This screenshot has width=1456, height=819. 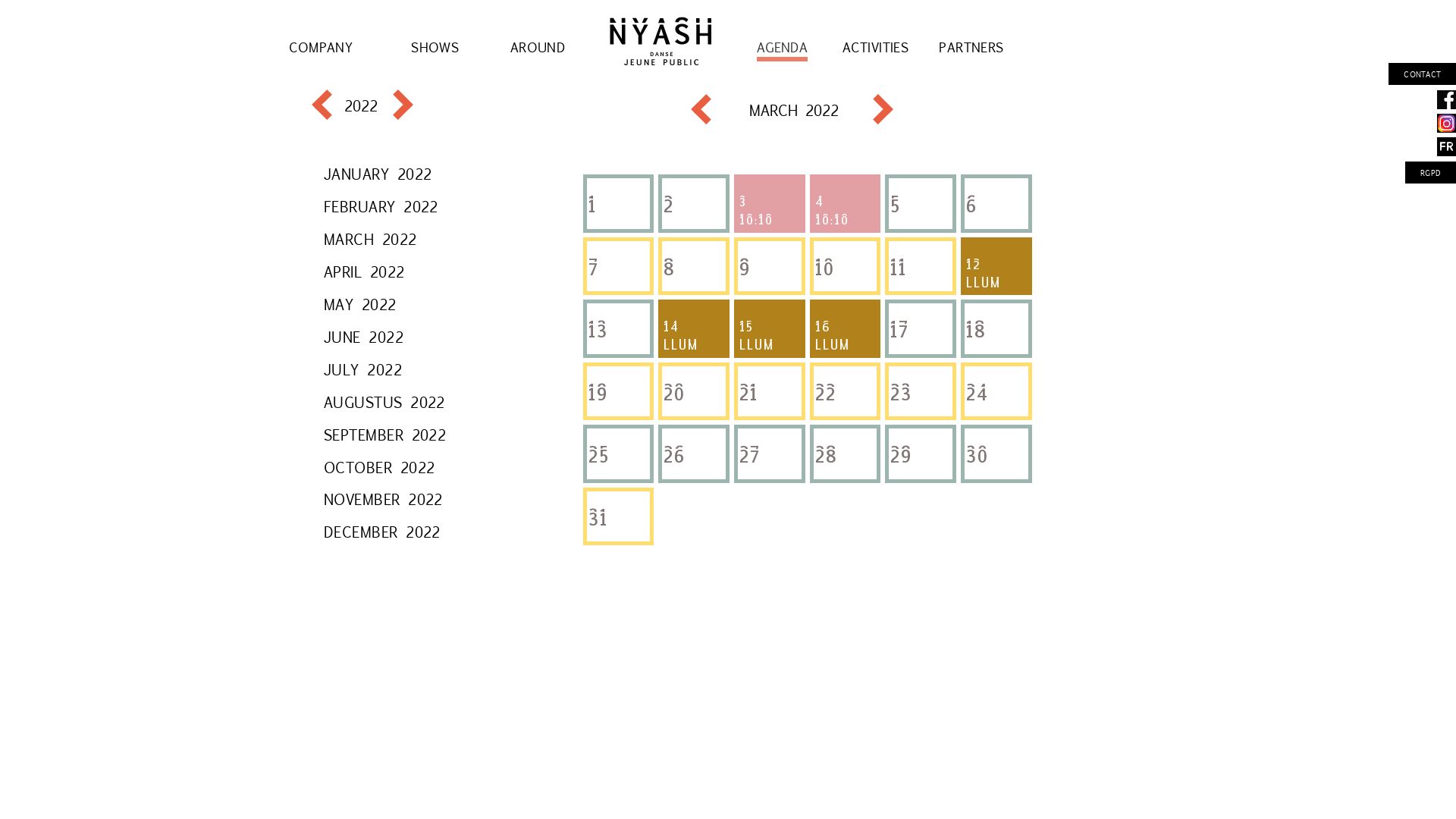 I want to click on 'APRIL 2022', so click(x=364, y=270).